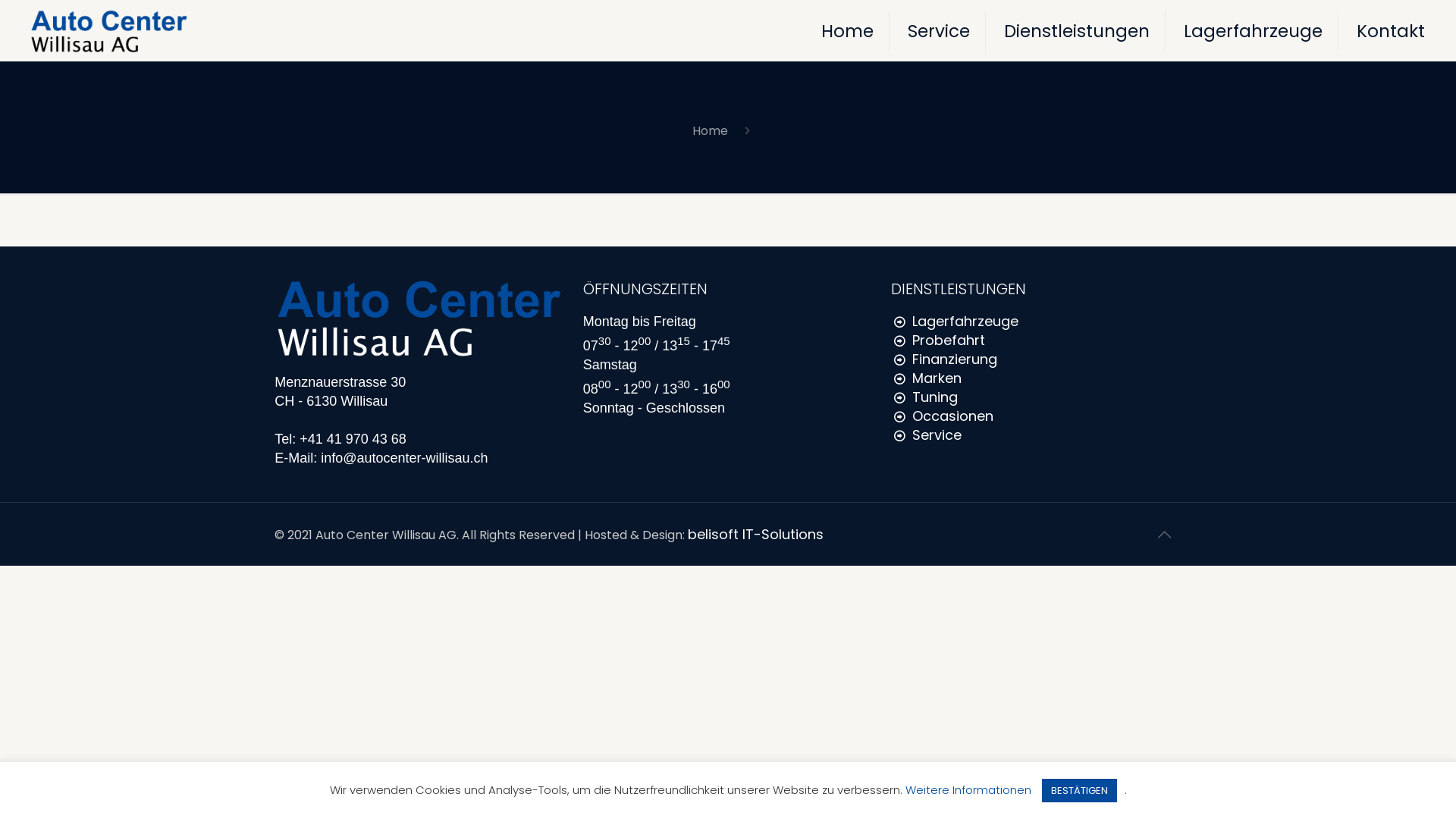 This screenshot has width=1456, height=819. I want to click on 'Tuning', so click(908, 396).